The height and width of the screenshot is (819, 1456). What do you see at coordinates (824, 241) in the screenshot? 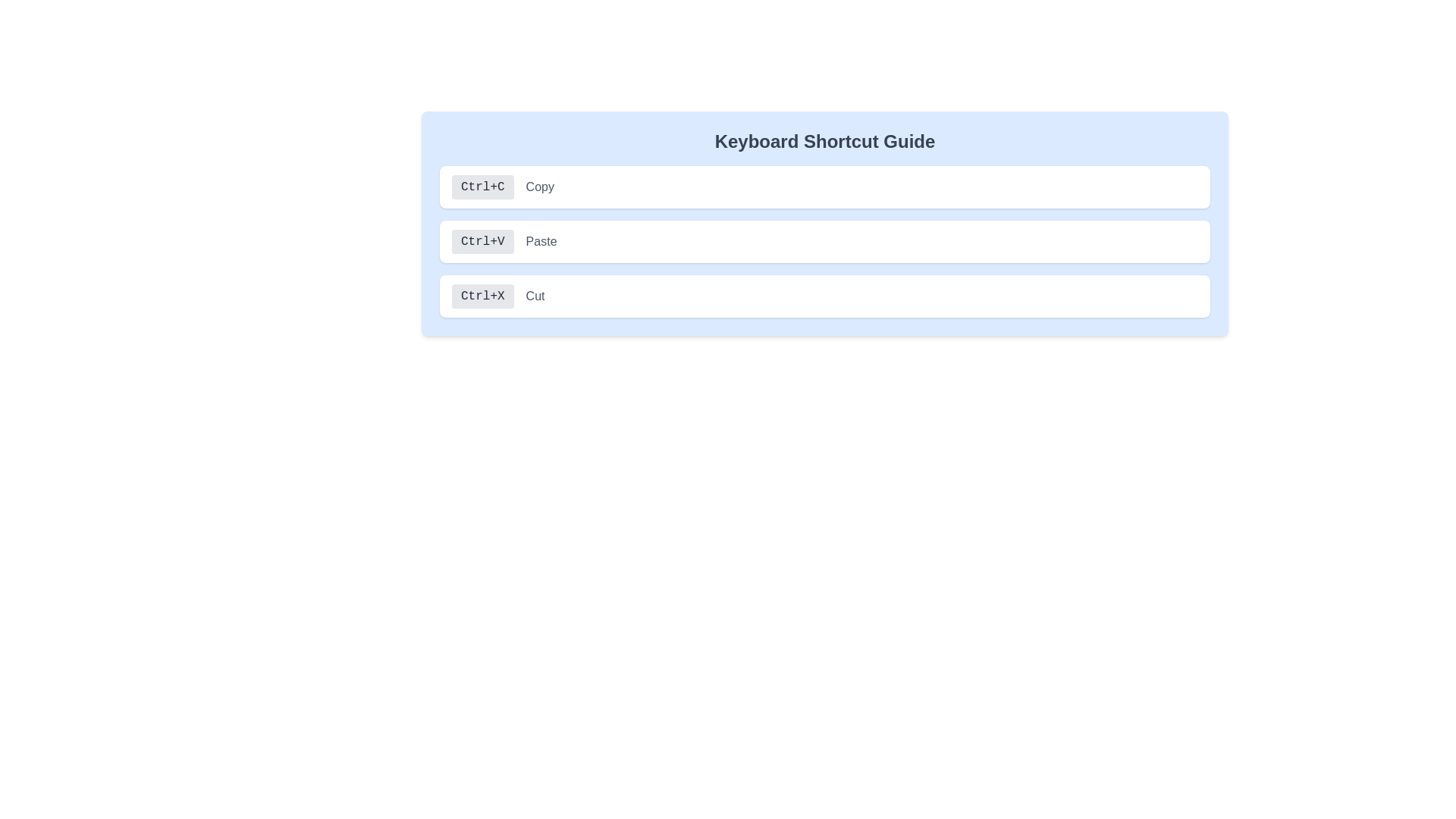
I see `the second button-like information panel that represents the 'Paste' action, displaying the 'Ctrl+V' shortcut, located in the middle of a vertically stacked list of similar elements` at bounding box center [824, 241].